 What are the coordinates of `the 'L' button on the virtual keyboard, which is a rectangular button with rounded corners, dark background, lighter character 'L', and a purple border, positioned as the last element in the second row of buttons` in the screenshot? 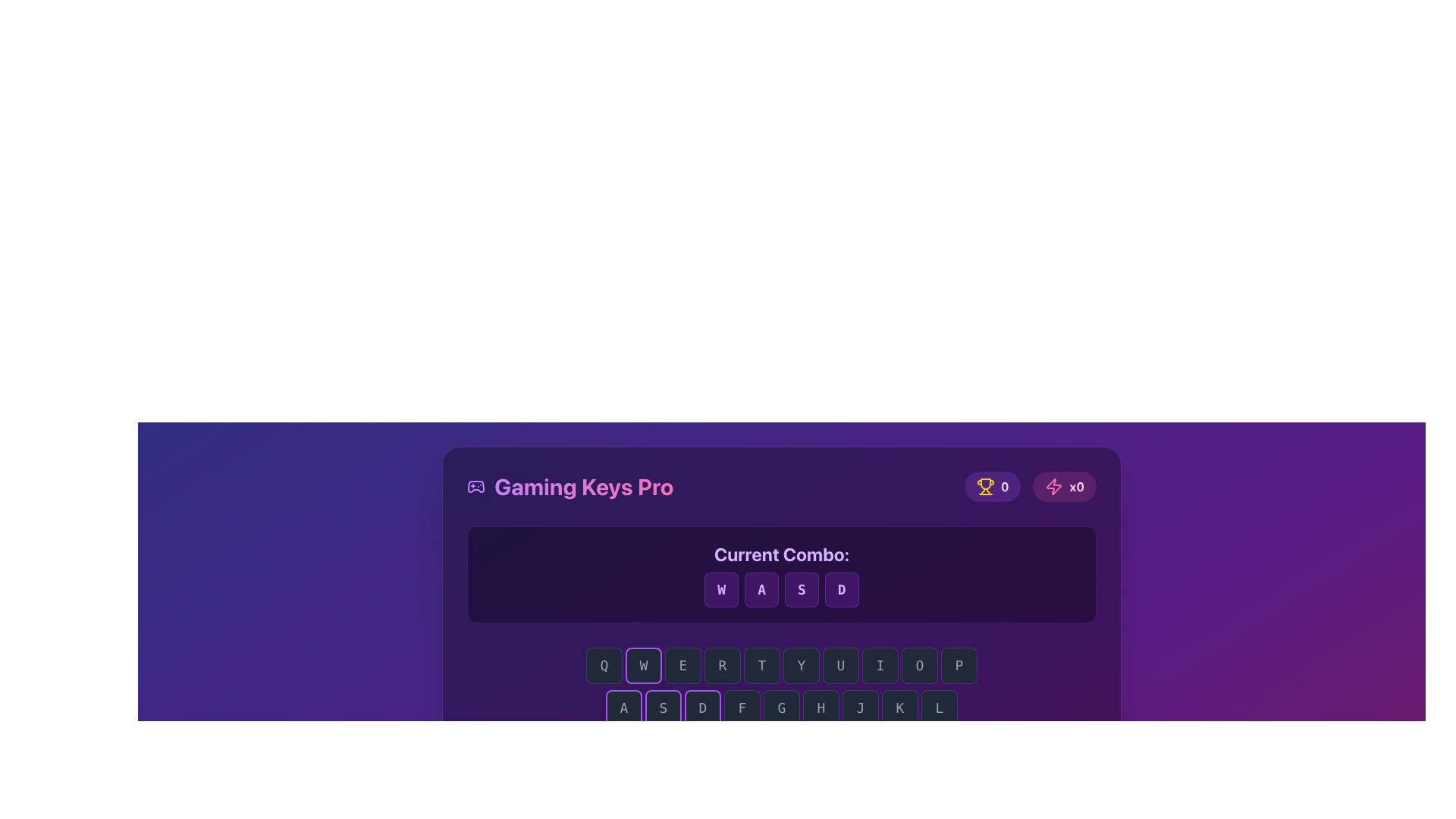 It's located at (938, 708).